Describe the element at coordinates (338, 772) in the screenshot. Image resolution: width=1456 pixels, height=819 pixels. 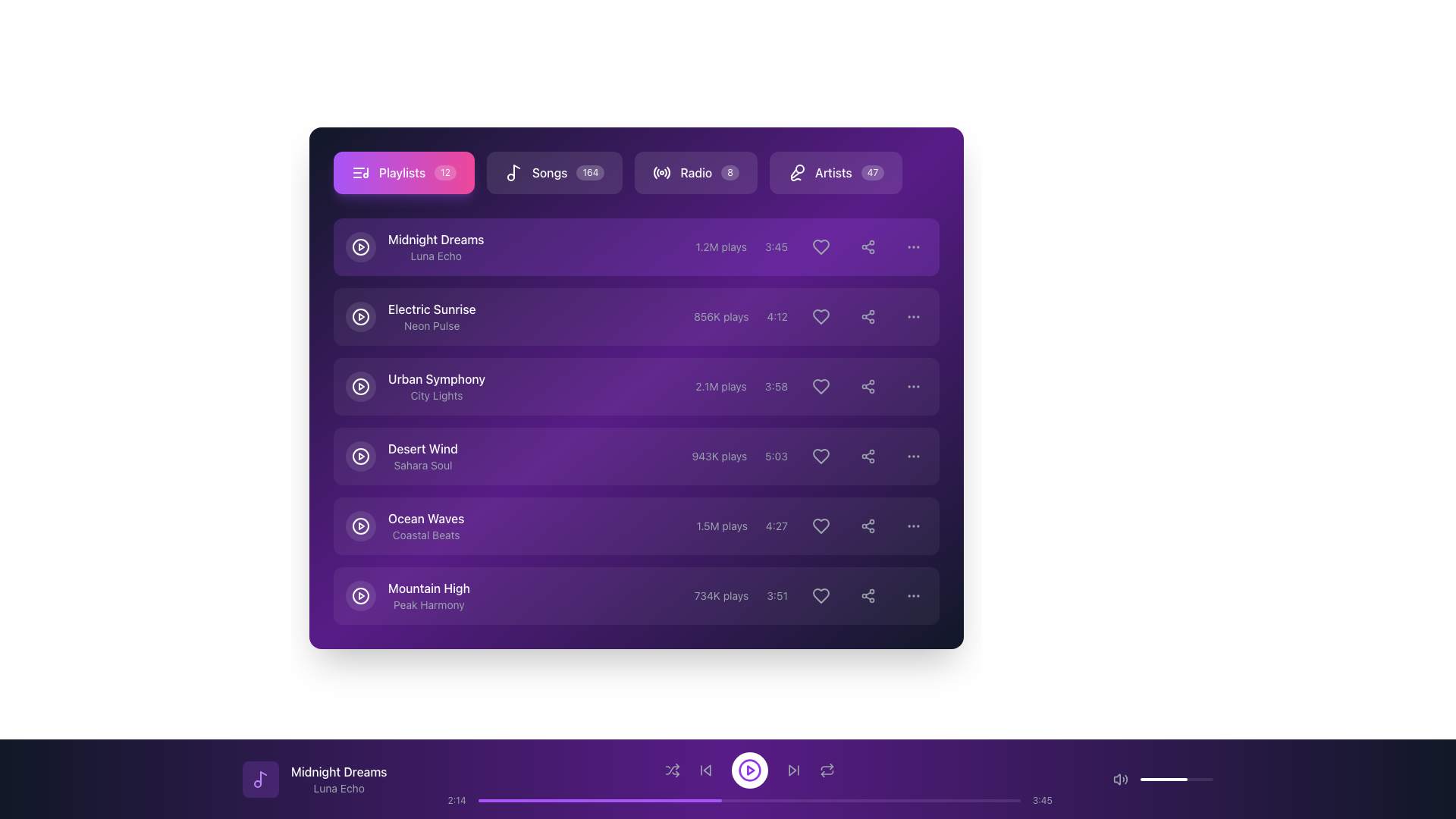
I see `the text label that reads 'Midnight Dreams' which is displayed in white font and is part of a two-line display on a dark purple background` at that location.